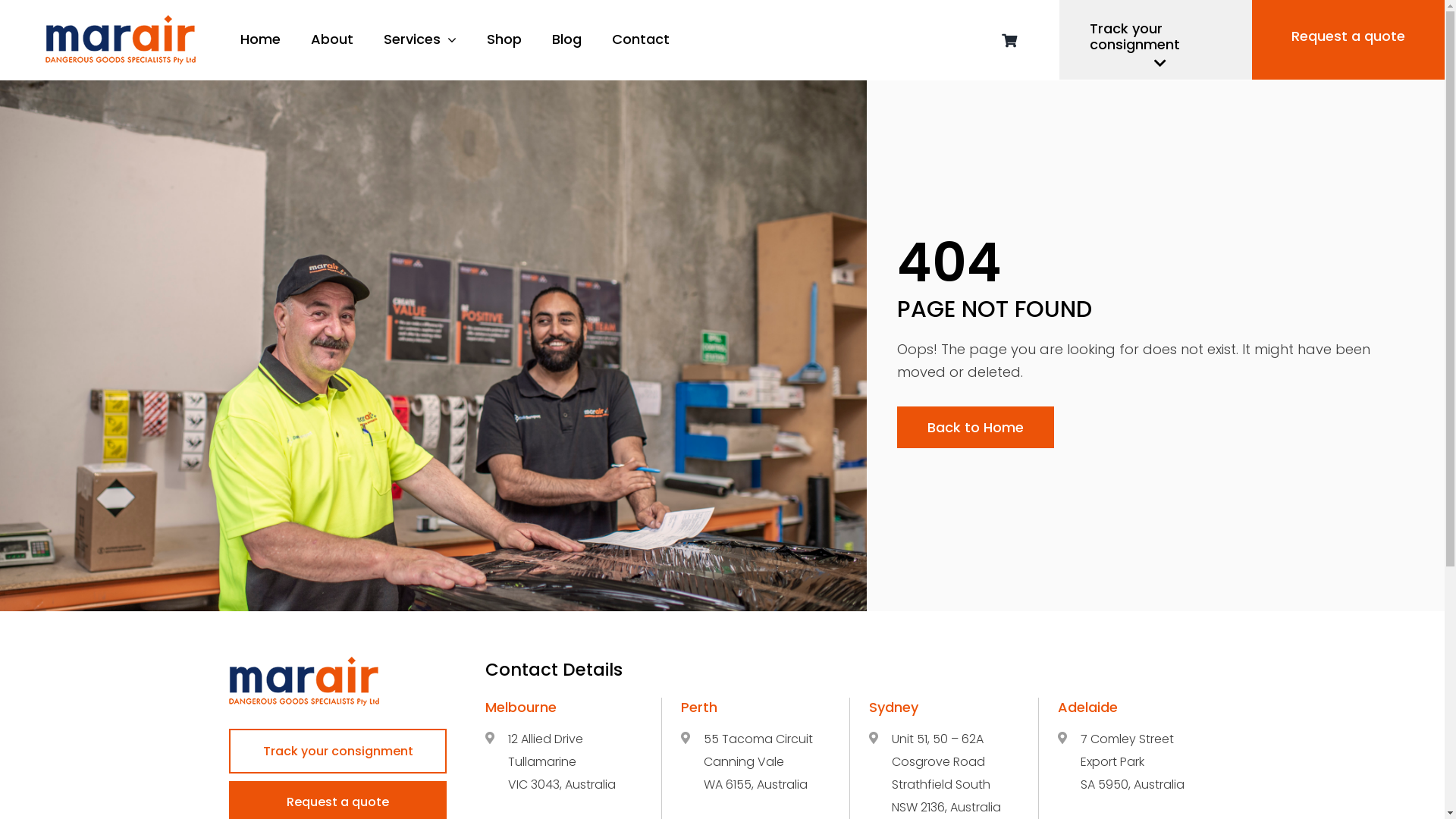 This screenshot has height=819, width=1456. Describe the element at coordinates (331, 39) in the screenshot. I see `'About'` at that location.